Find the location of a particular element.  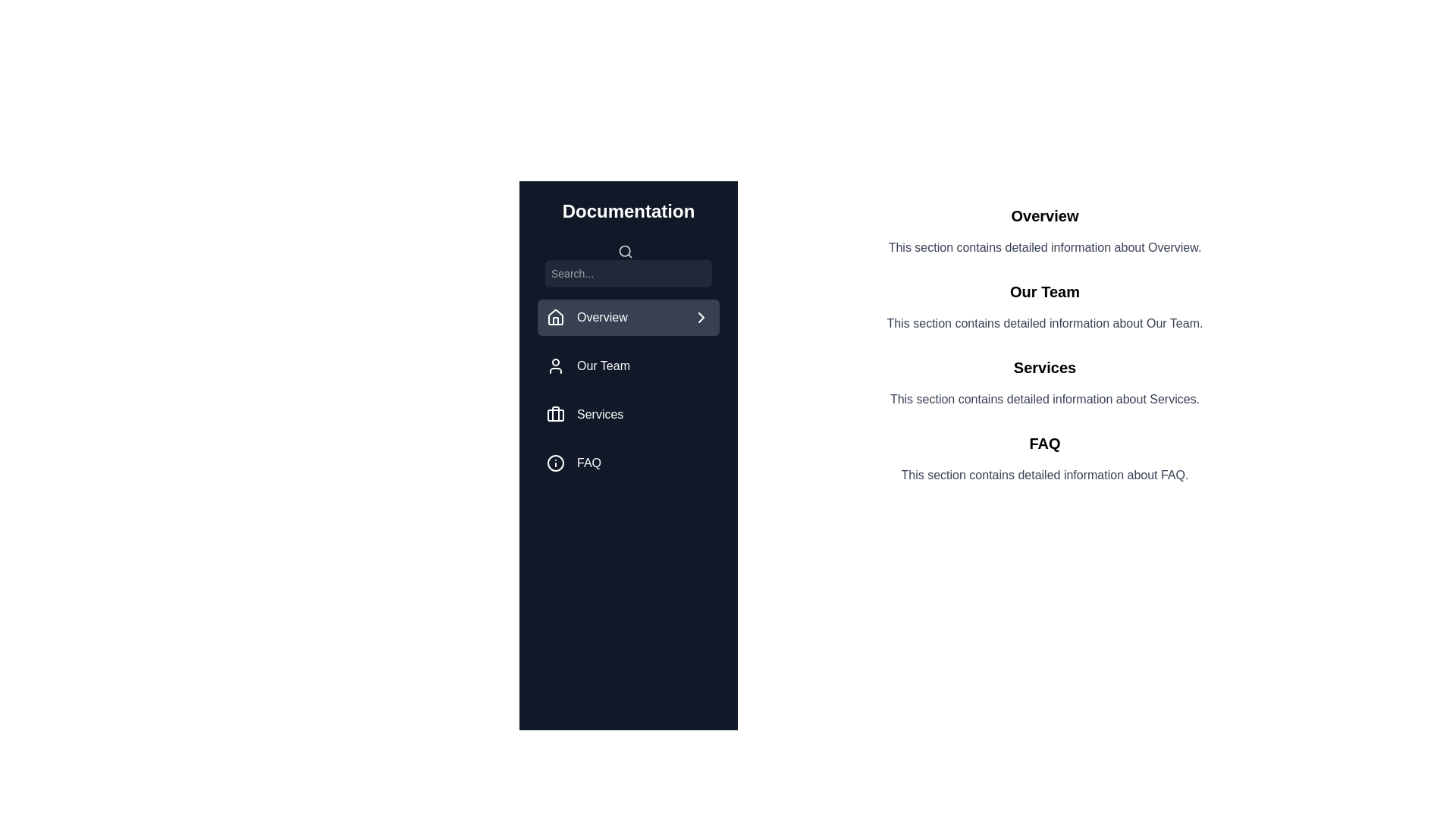

the house icon located on the left side of the 'Overview' menu item is located at coordinates (555, 317).